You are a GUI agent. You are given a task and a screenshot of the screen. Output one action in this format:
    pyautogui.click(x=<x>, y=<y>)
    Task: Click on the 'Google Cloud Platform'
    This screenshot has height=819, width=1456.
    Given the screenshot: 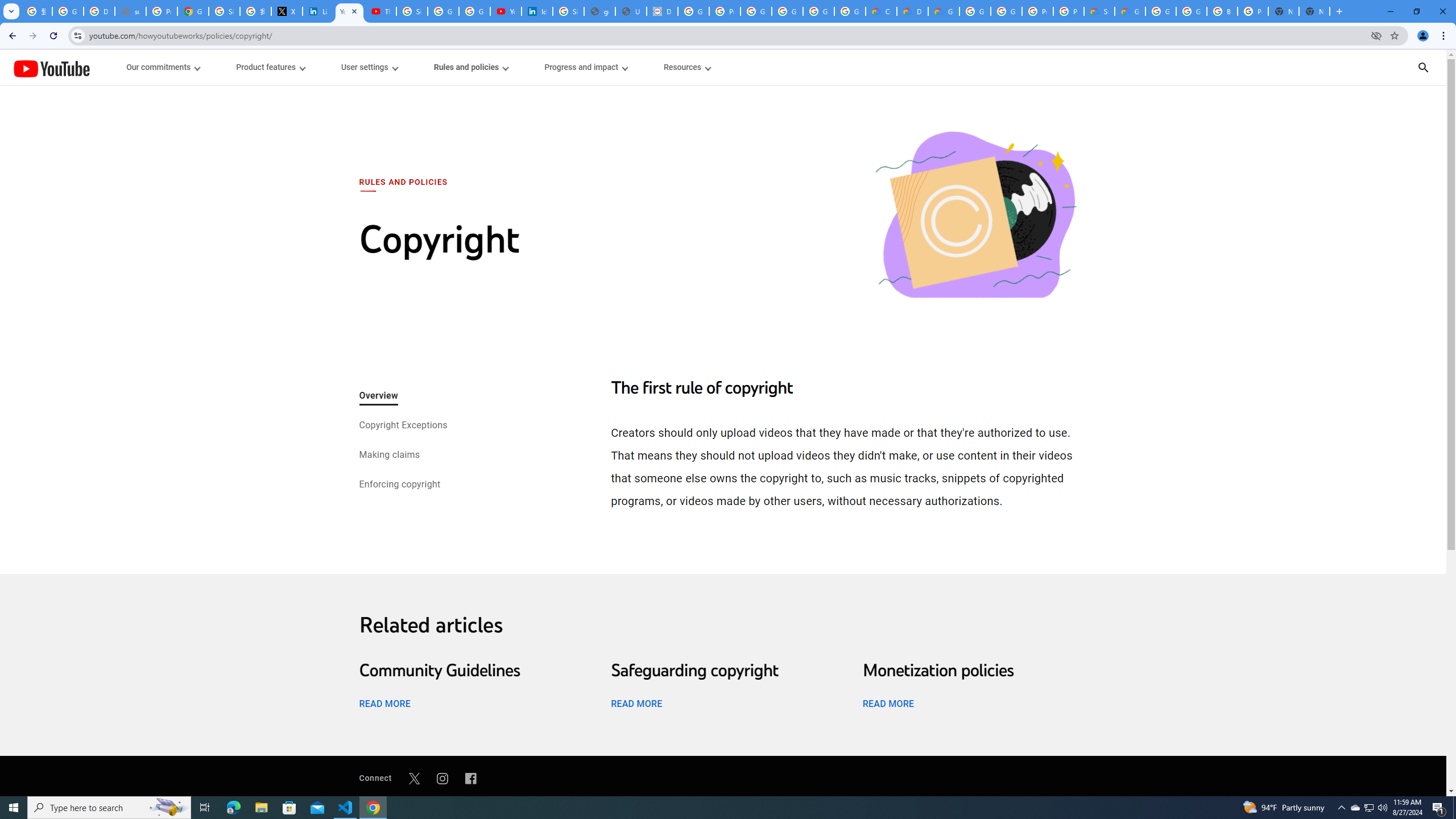 What is the action you would take?
    pyautogui.click(x=1006, y=11)
    